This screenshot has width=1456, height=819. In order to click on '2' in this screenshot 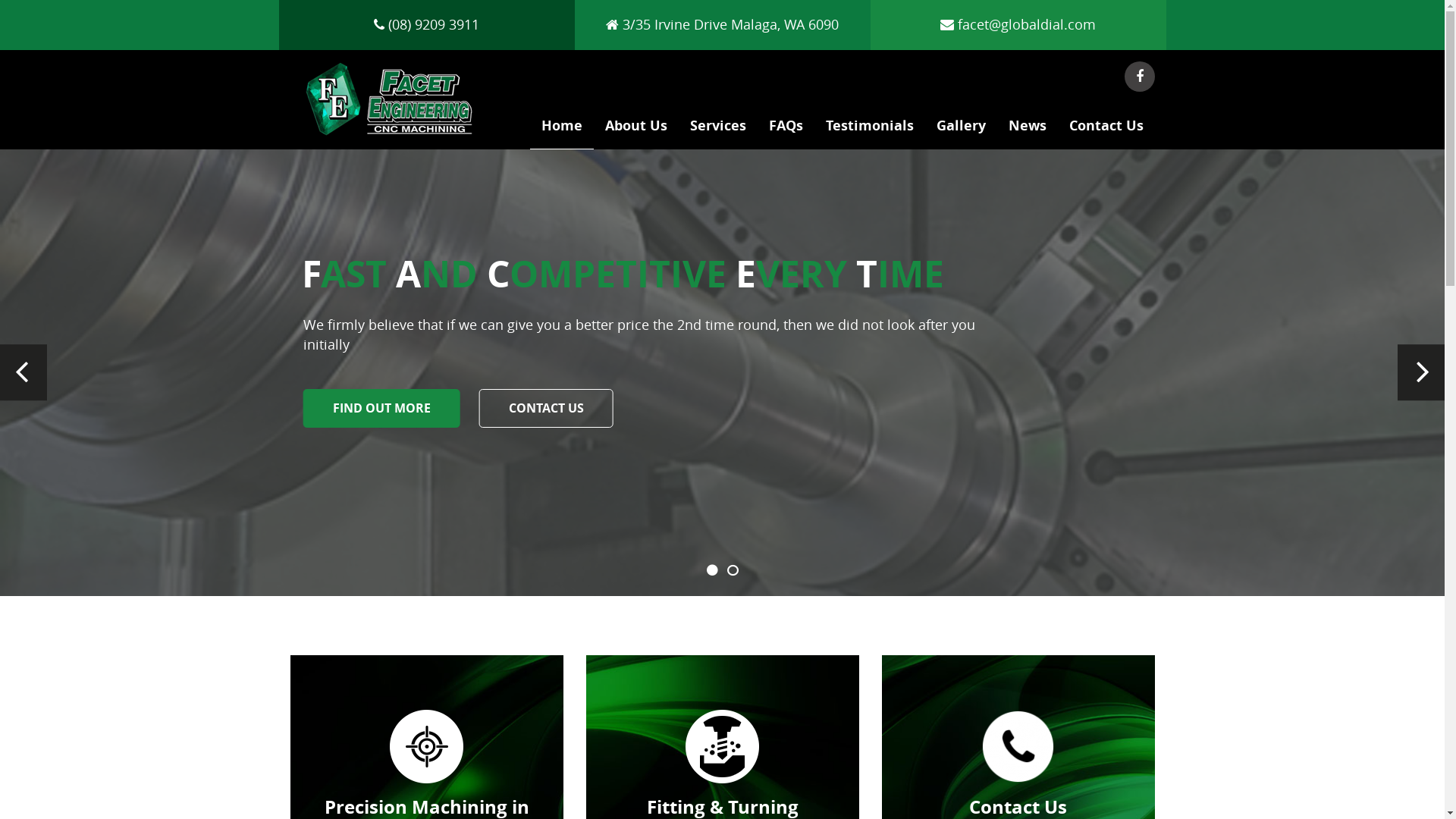, I will do `click(732, 570)`.